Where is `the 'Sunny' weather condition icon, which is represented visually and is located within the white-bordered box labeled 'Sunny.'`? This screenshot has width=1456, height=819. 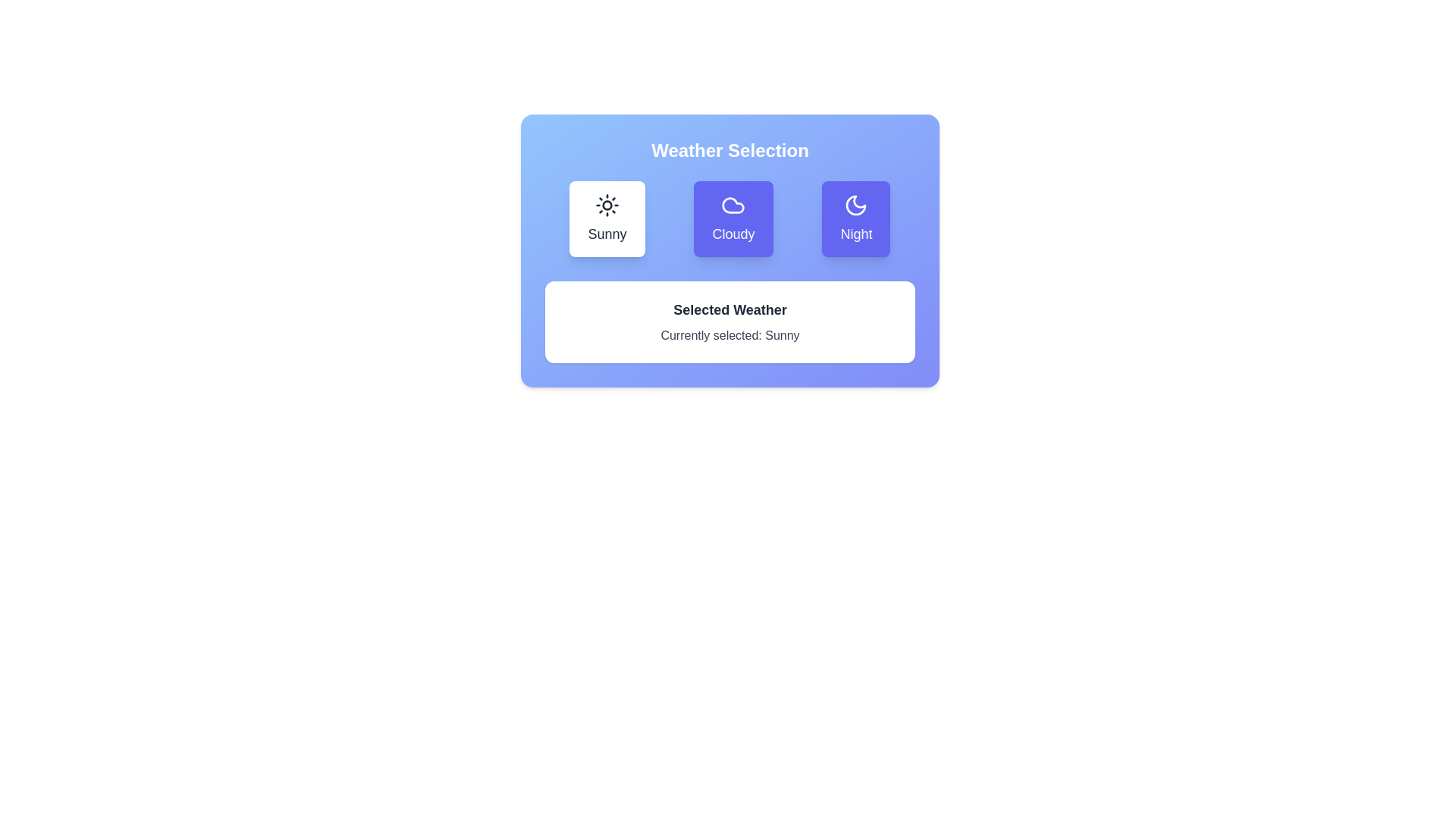 the 'Sunny' weather condition icon, which is represented visually and is located within the white-bordered box labeled 'Sunny.' is located at coordinates (607, 205).